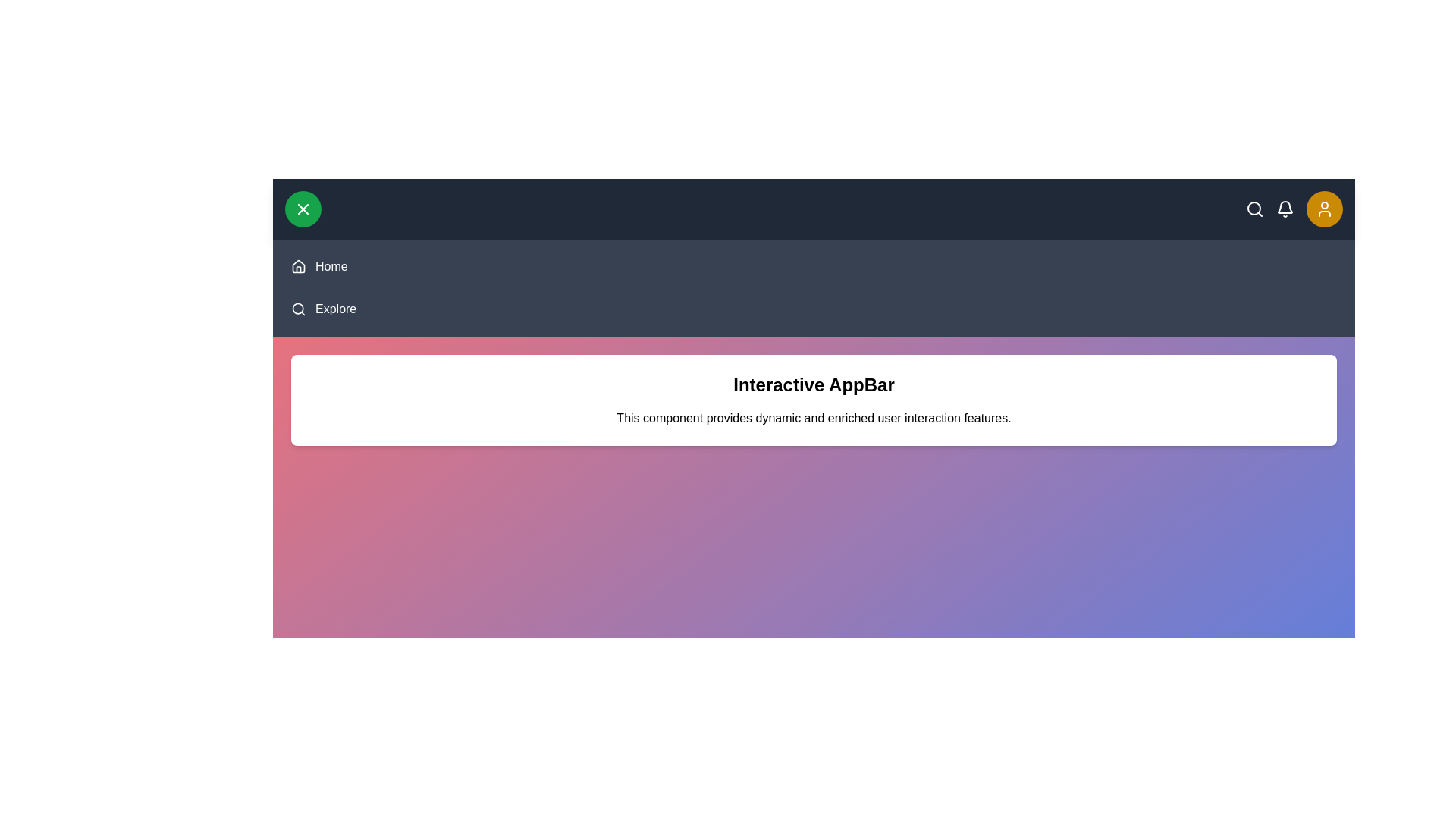  What do you see at coordinates (303, 209) in the screenshot?
I see `the green button in the top-left corner to toggle the menu` at bounding box center [303, 209].